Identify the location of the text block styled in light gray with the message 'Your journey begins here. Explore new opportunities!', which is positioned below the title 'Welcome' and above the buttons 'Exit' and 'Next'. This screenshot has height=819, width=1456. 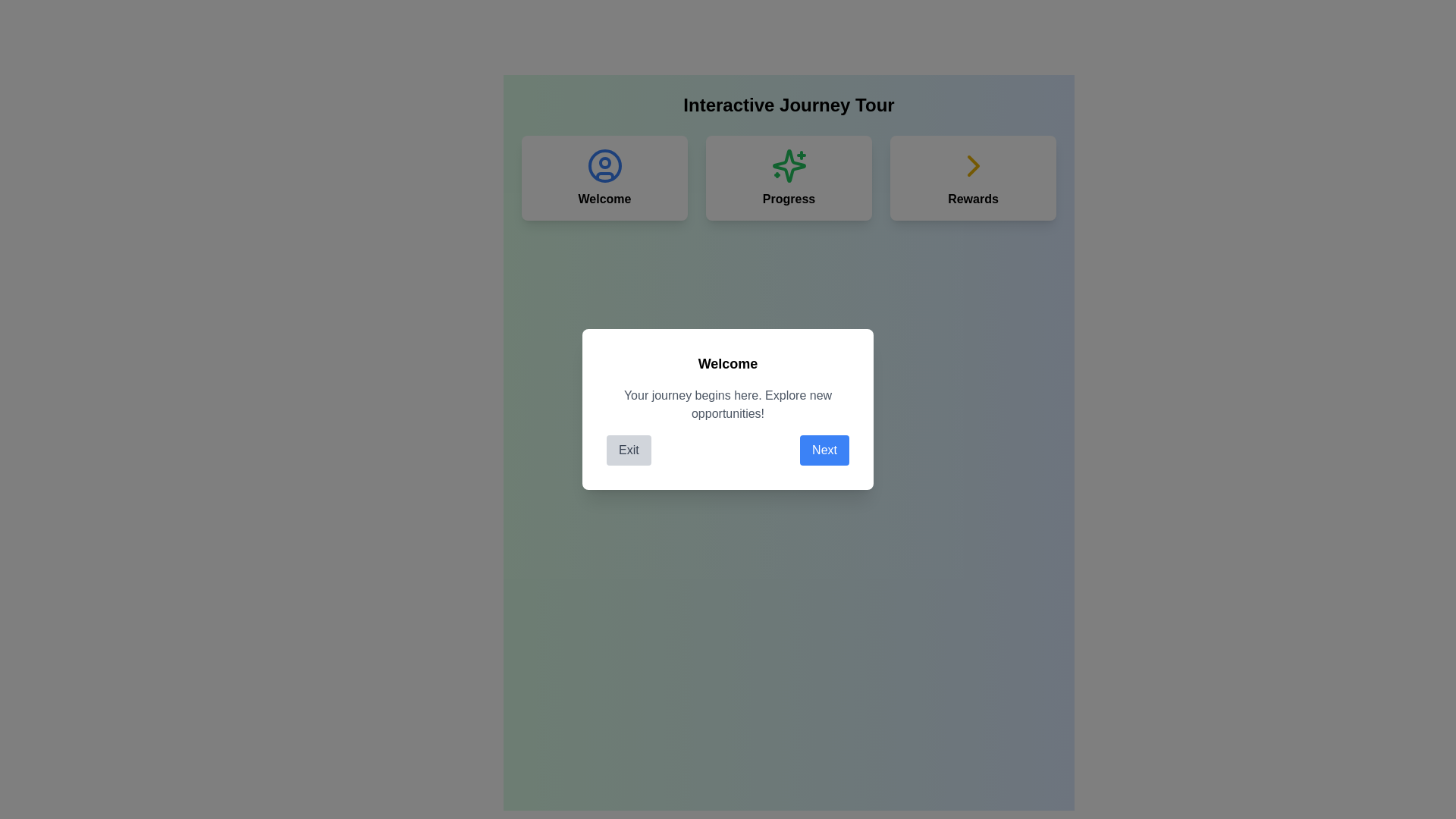
(728, 403).